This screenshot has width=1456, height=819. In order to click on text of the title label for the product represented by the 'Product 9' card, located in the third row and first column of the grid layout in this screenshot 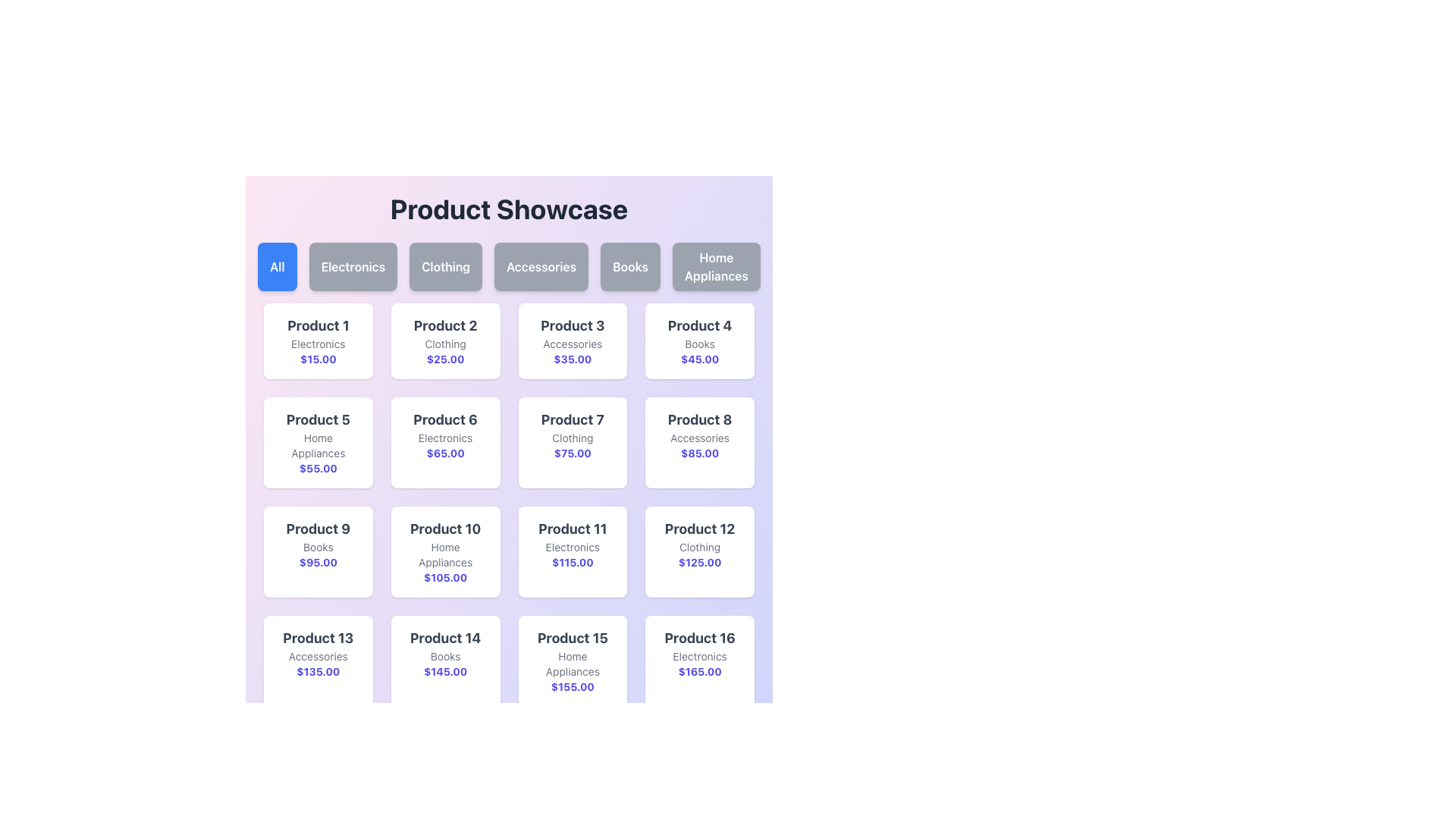, I will do `click(317, 529)`.